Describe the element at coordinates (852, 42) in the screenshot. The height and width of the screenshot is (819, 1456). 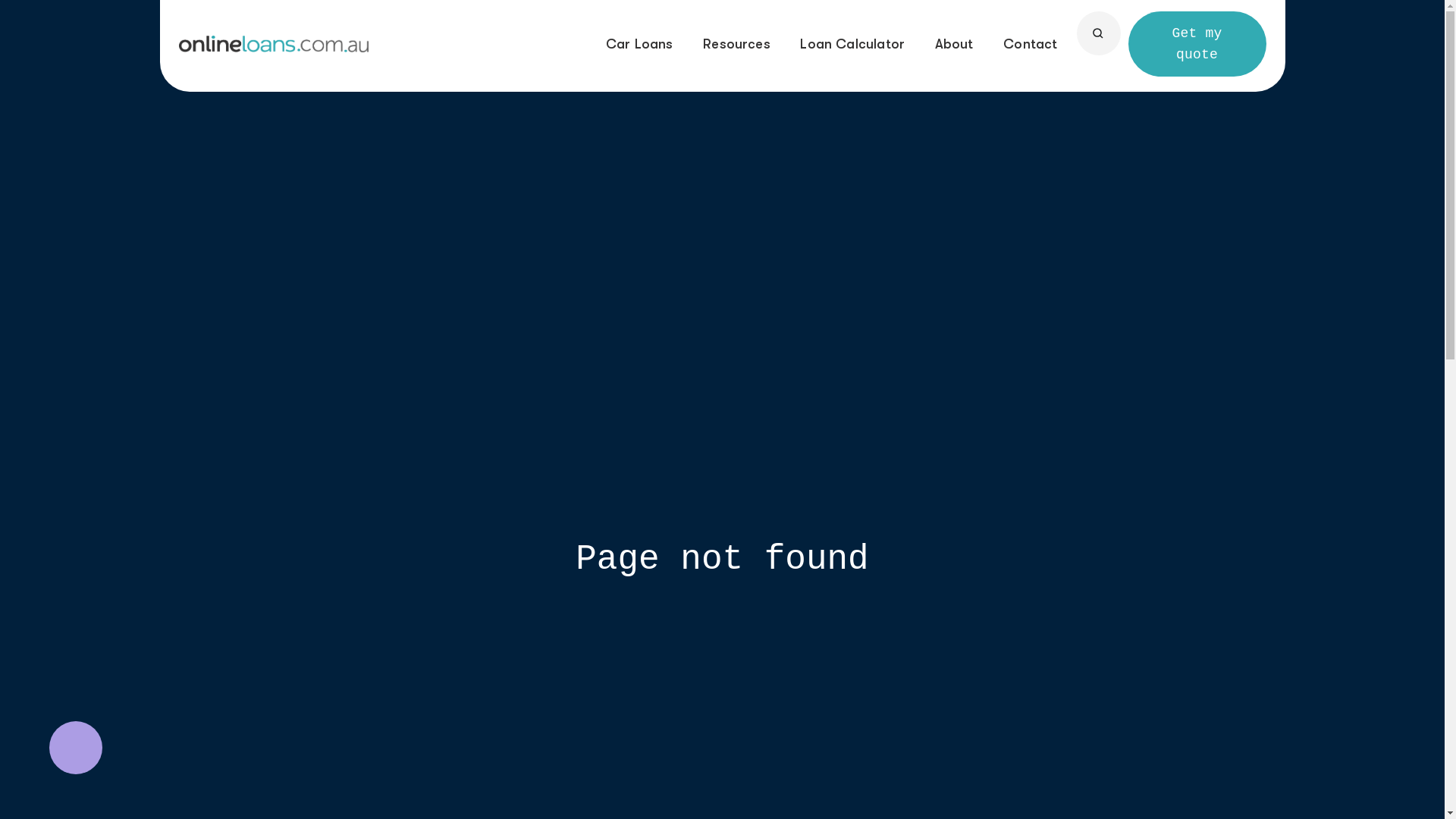
I see `'Loan Calculator'` at that location.